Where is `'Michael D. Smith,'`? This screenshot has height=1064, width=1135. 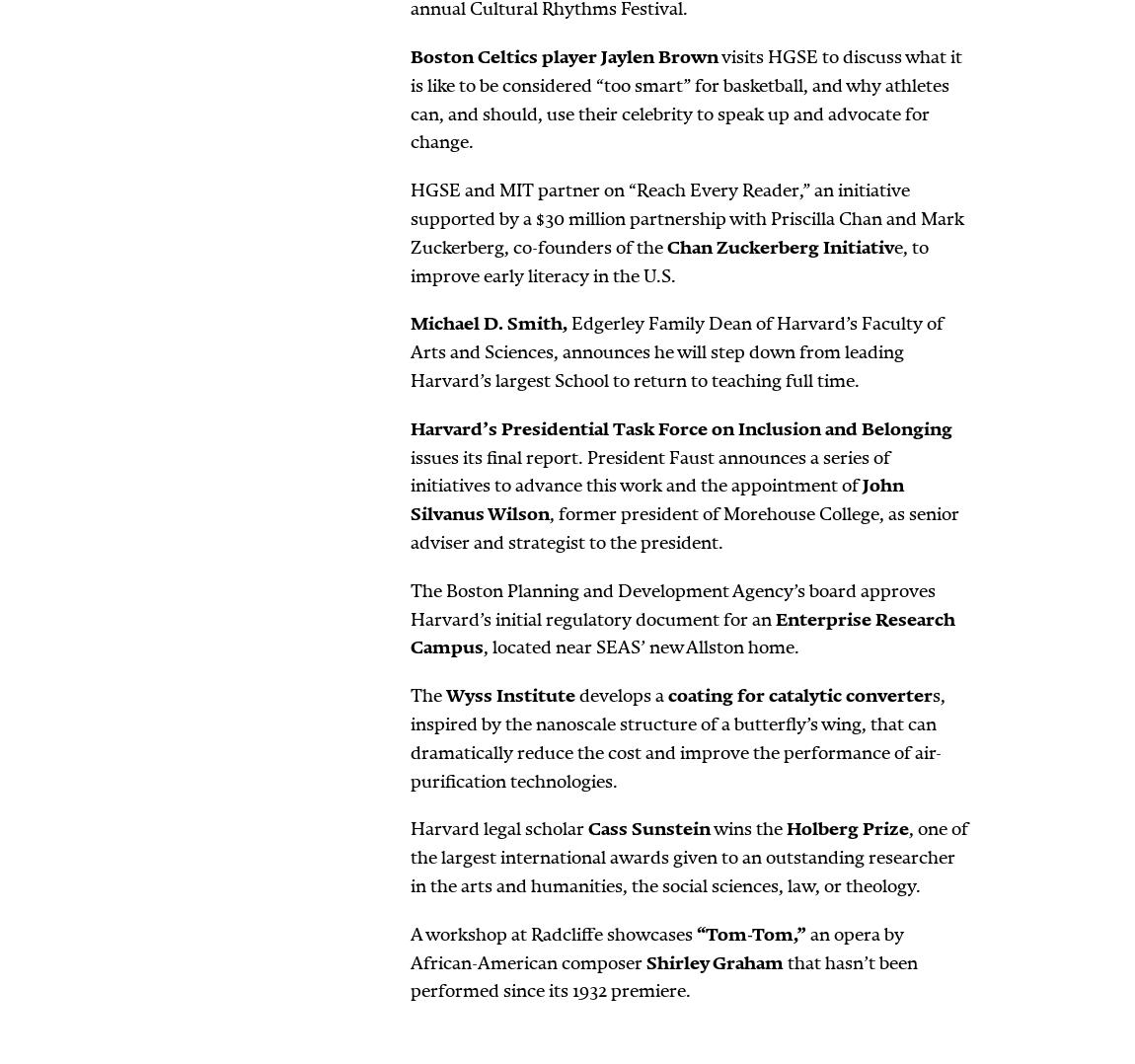 'Michael D. Smith,' is located at coordinates (489, 323).